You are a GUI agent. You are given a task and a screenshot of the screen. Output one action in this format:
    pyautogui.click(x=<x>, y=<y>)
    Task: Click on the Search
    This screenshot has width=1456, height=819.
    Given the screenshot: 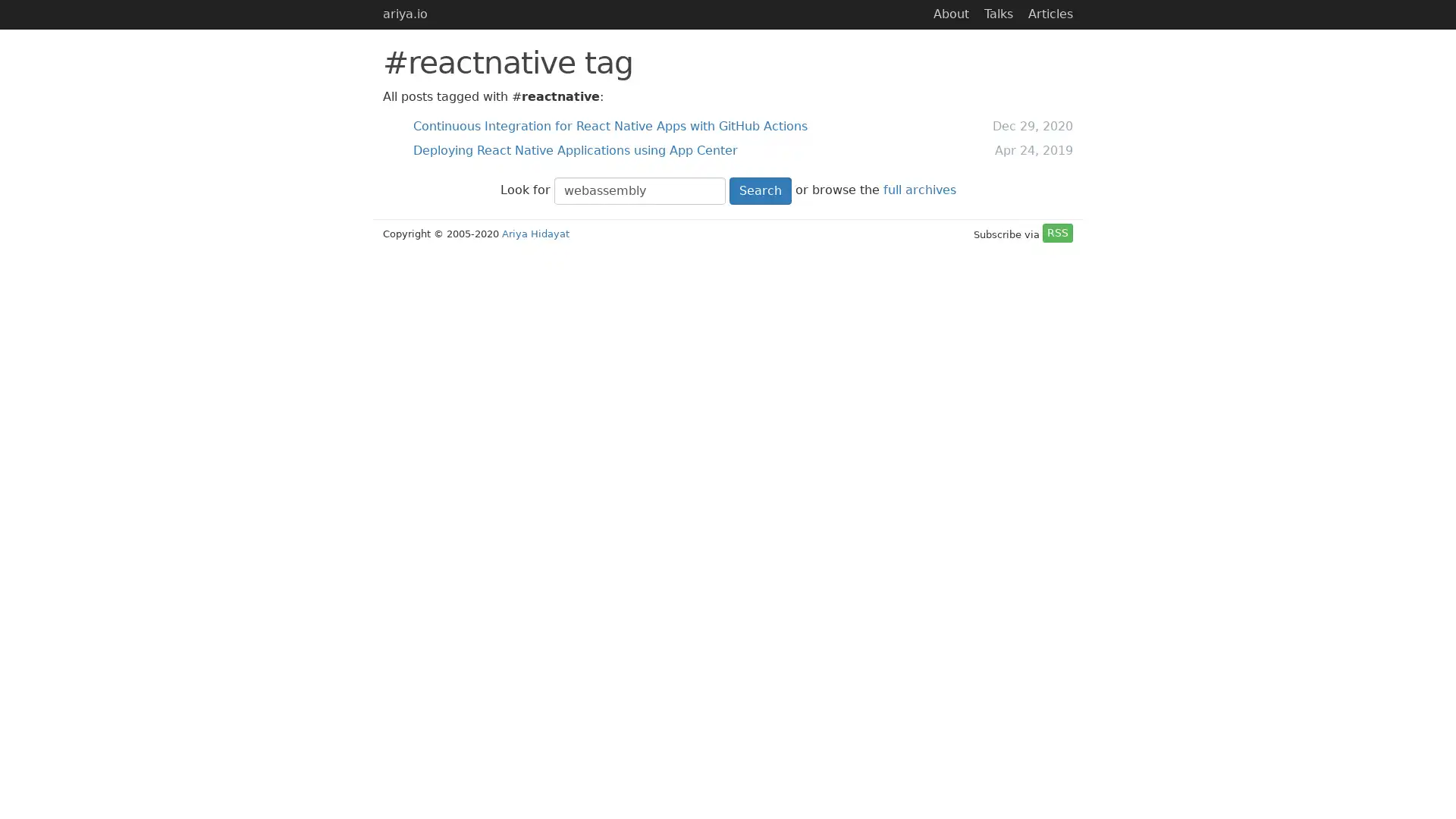 What is the action you would take?
    pyautogui.click(x=760, y=190)
    